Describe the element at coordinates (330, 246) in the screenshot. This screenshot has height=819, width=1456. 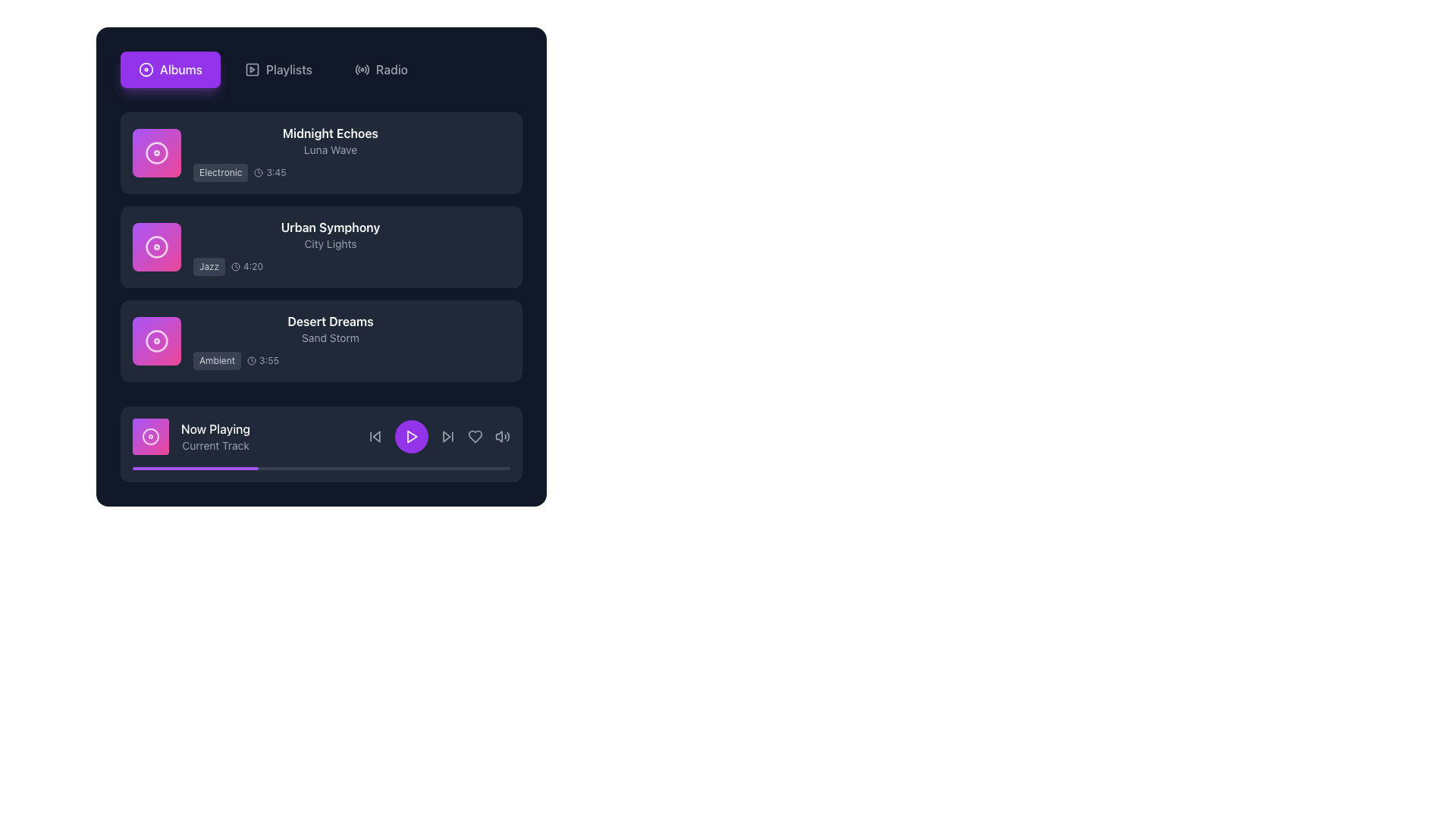
I see `the Information display panel that shows details about the music track, located between 'Midnight Echoes' and 'Desert Dreams'` at that location.